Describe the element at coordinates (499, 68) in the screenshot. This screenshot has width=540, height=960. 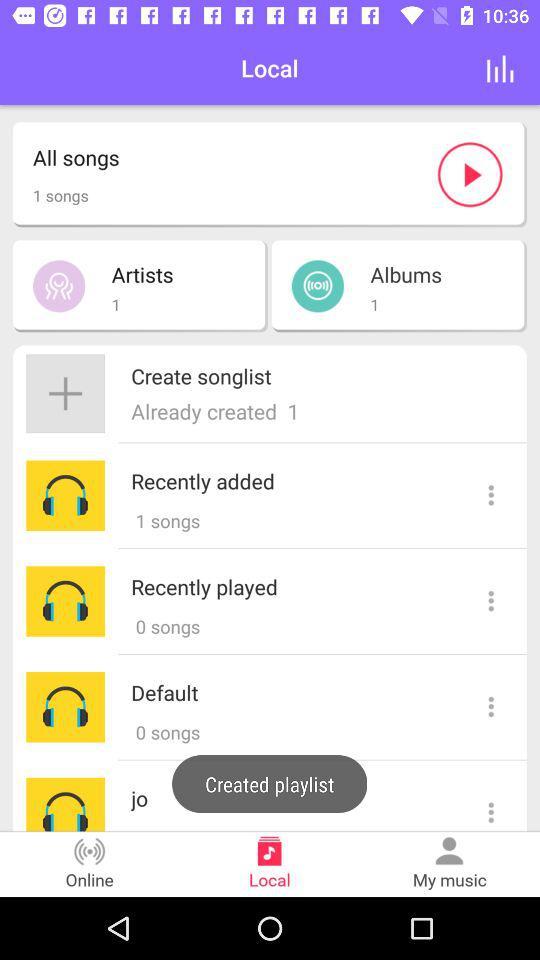
I see `the sliders icon` at that location.